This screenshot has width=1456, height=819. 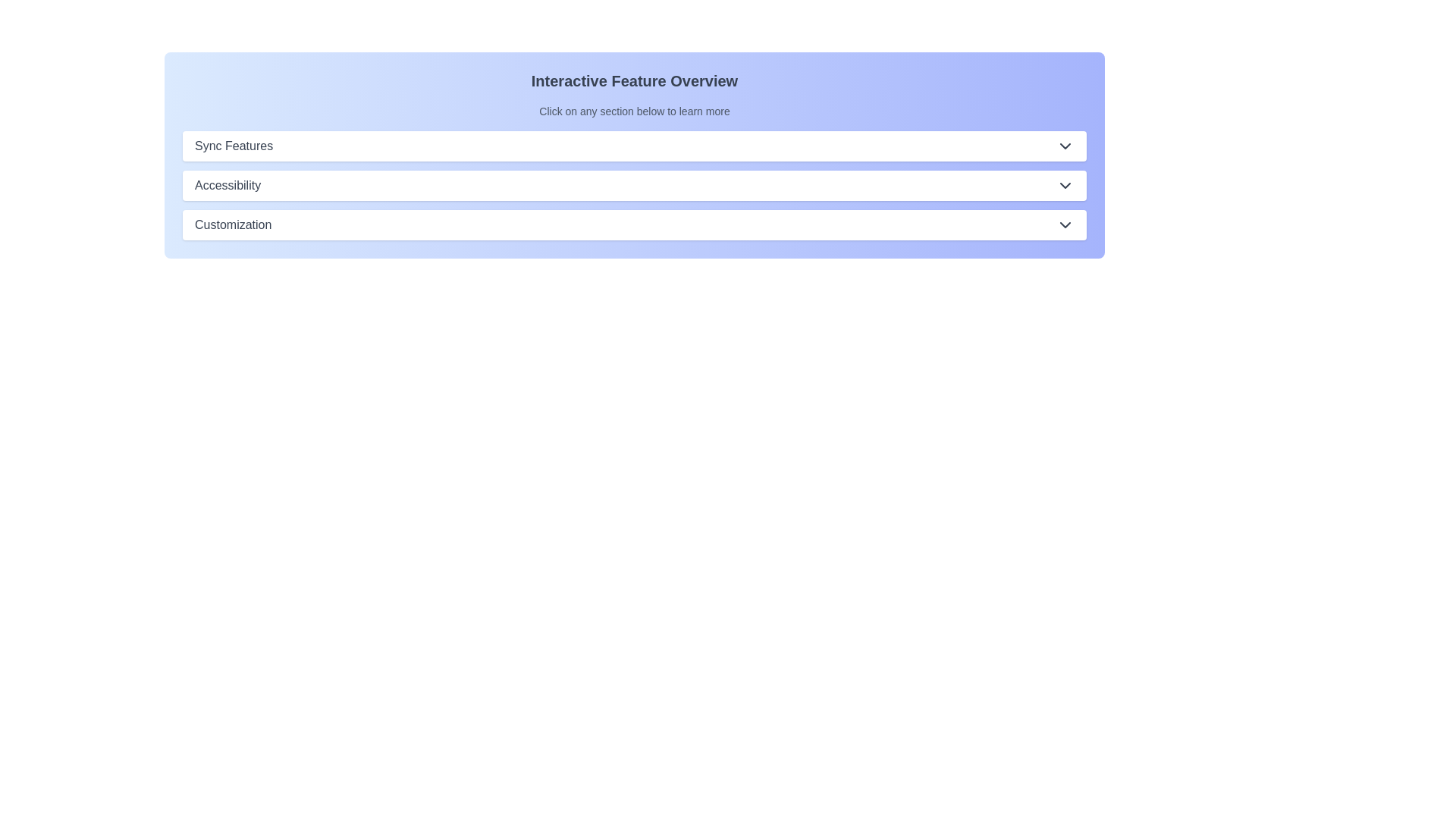 What do you see at coordinates (634, 81) in the screenshot?
I see `the heading 'Interactive Feature Overview' styled in bold and large text, located at the top of the section with a gradient blue background` at bounding box center [634, 81].